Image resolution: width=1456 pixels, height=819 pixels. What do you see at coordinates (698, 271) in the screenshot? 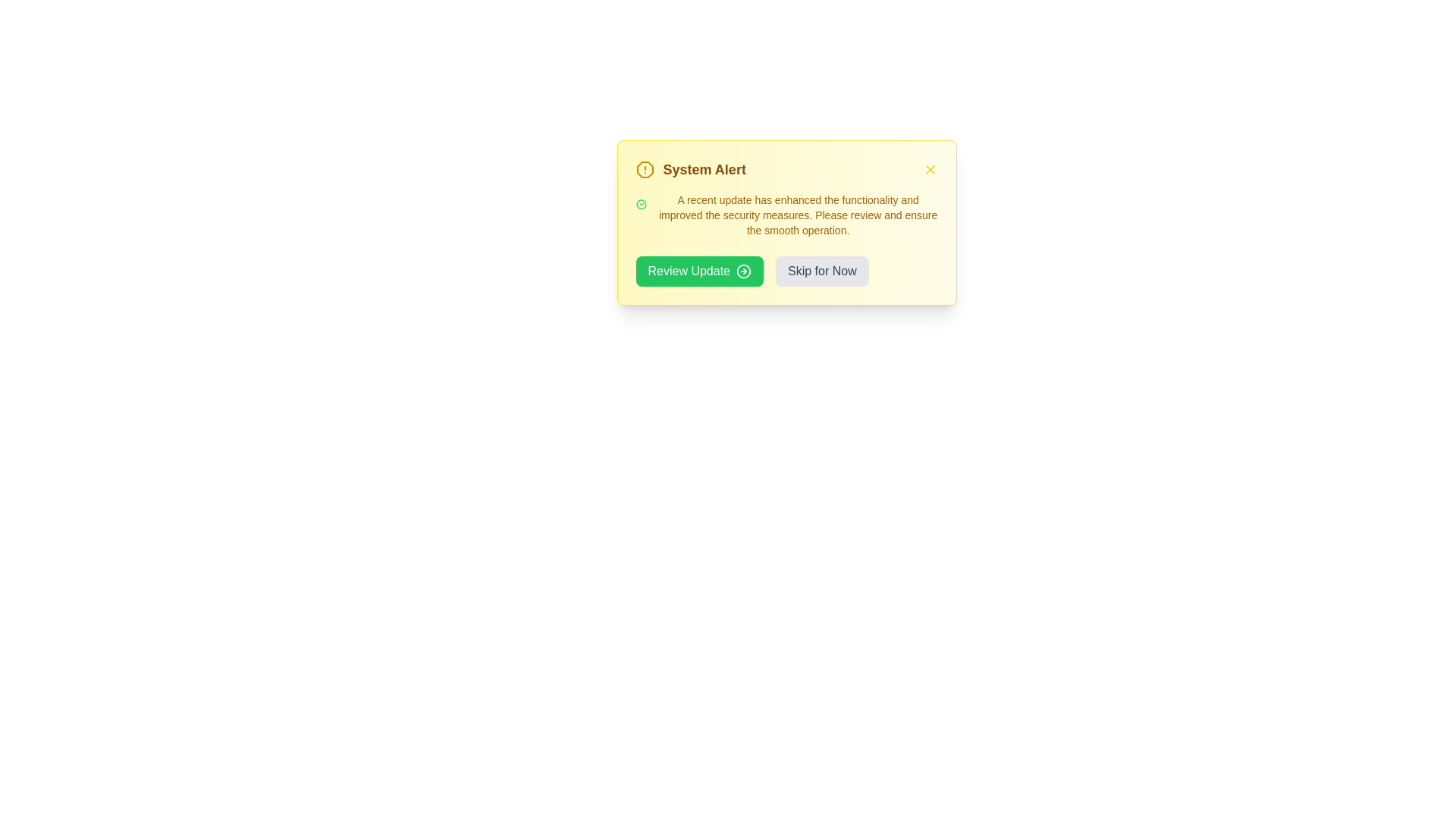
I see `the 'Review Update' button` at bounding box center [698, 271].